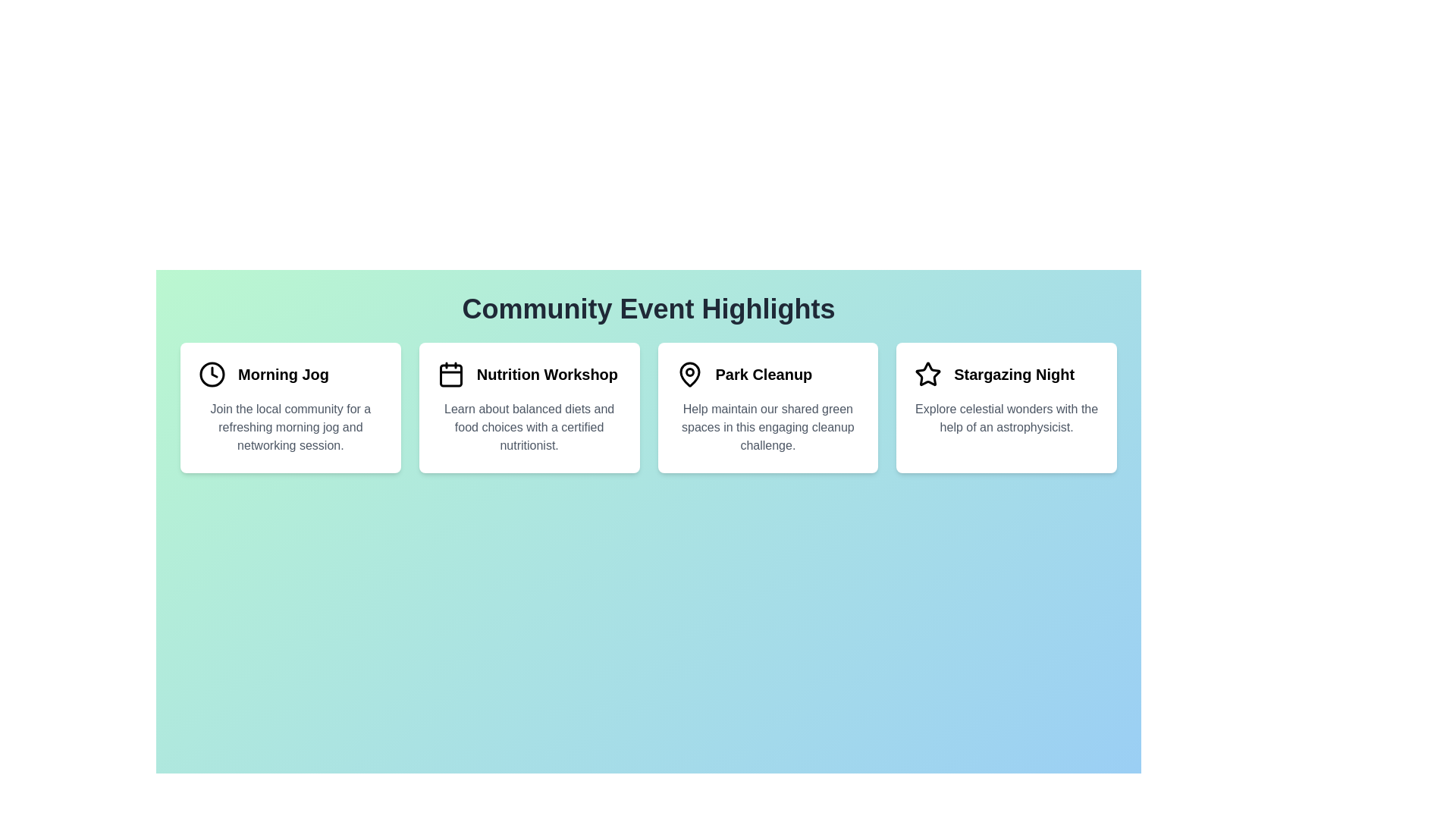  Describe the element at coordinates (648, 309) in the screenshot. I see `and interpret the text from the heading labeled 'Community Event Highlights', which is a bold, large gray font centered above the event details grid` at that location.